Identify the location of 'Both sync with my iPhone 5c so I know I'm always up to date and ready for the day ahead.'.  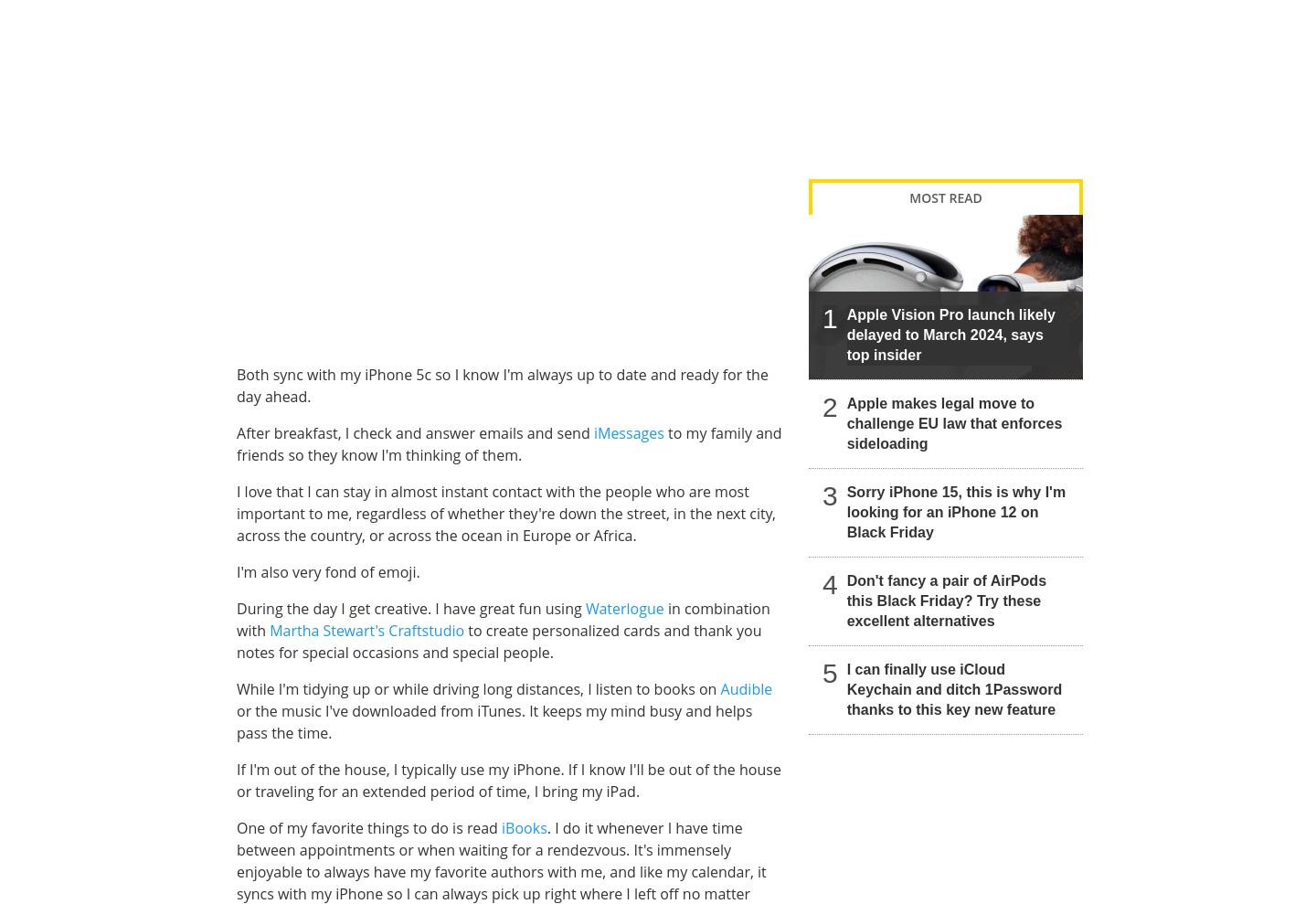
(236, 386).